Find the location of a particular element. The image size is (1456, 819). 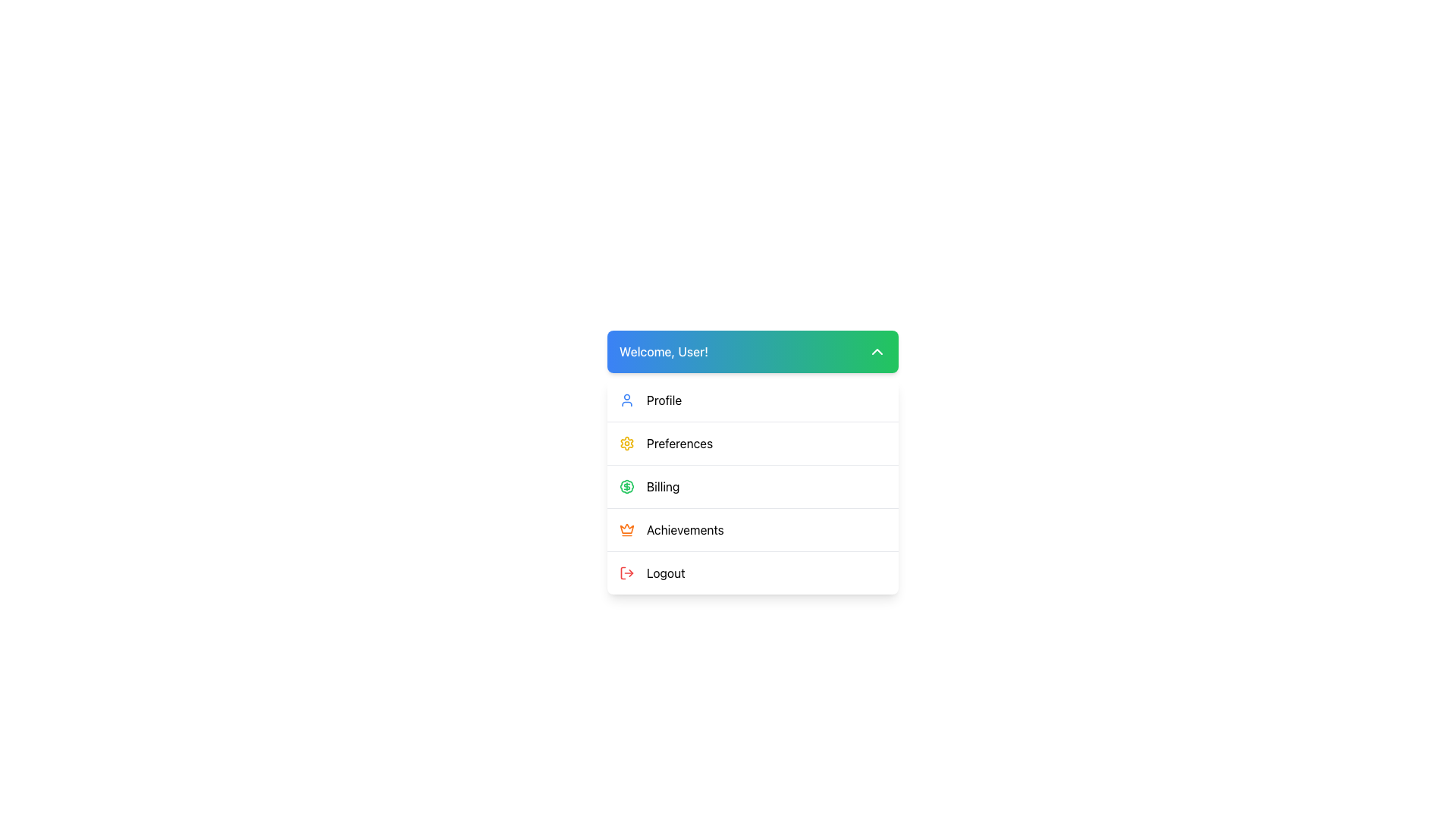

the 'Billing' icon located in the third row of the dropdown menu is located at coordinates (626, 486).